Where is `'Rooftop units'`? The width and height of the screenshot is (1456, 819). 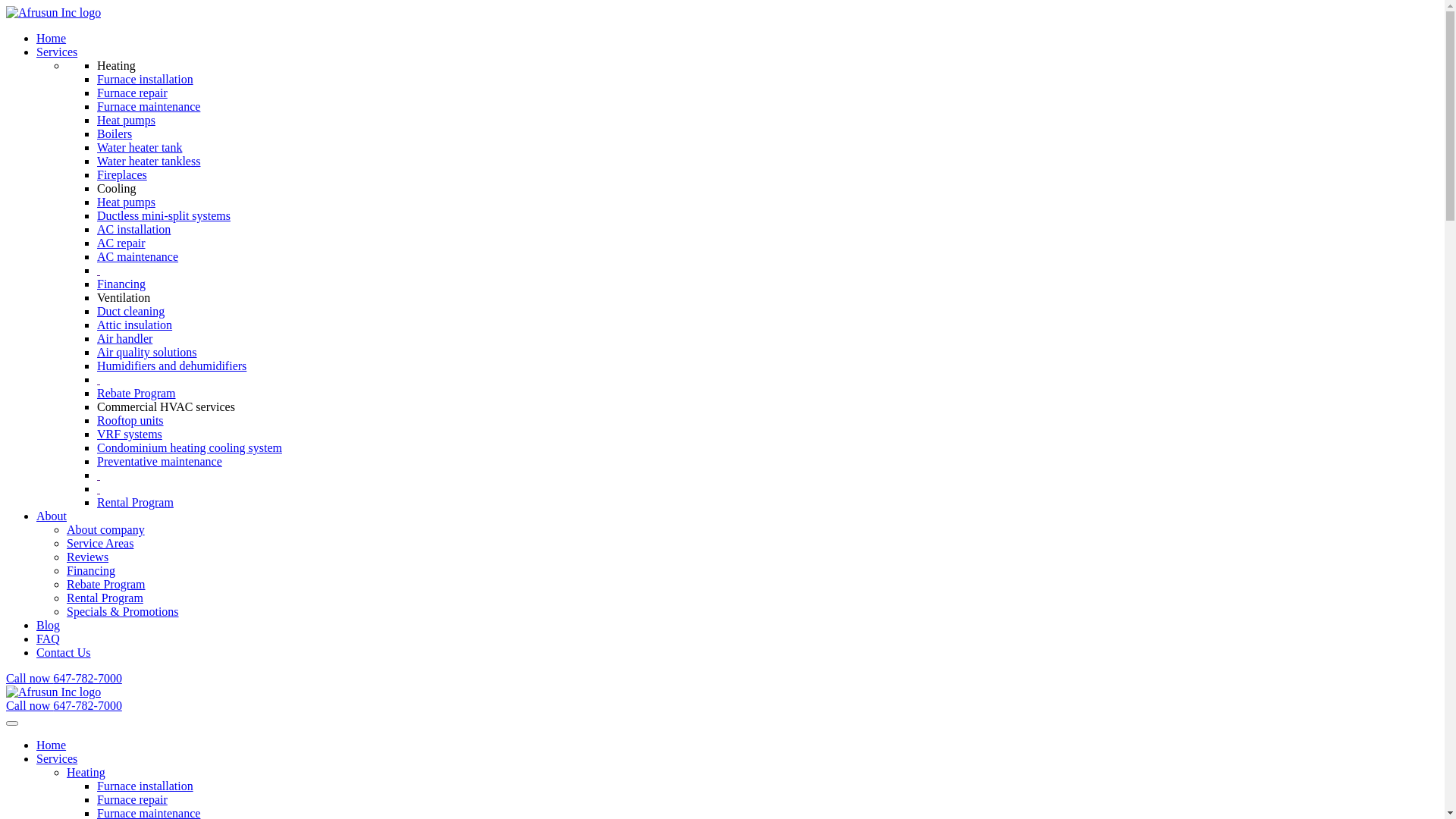 'Rooftop units' is located at coordinates (130, 420).